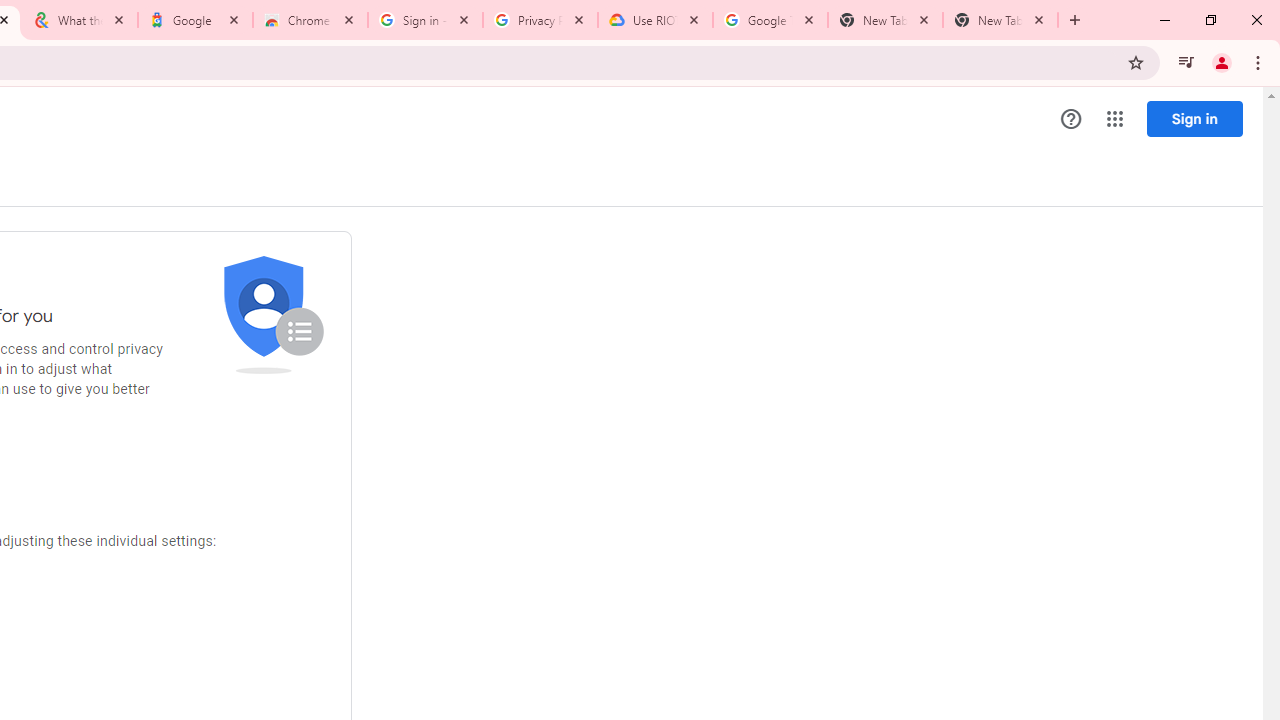 Image resolution: width=1280 pixels, height=720 pixels. I want to click on 'New Tab', so click(1000, 20).